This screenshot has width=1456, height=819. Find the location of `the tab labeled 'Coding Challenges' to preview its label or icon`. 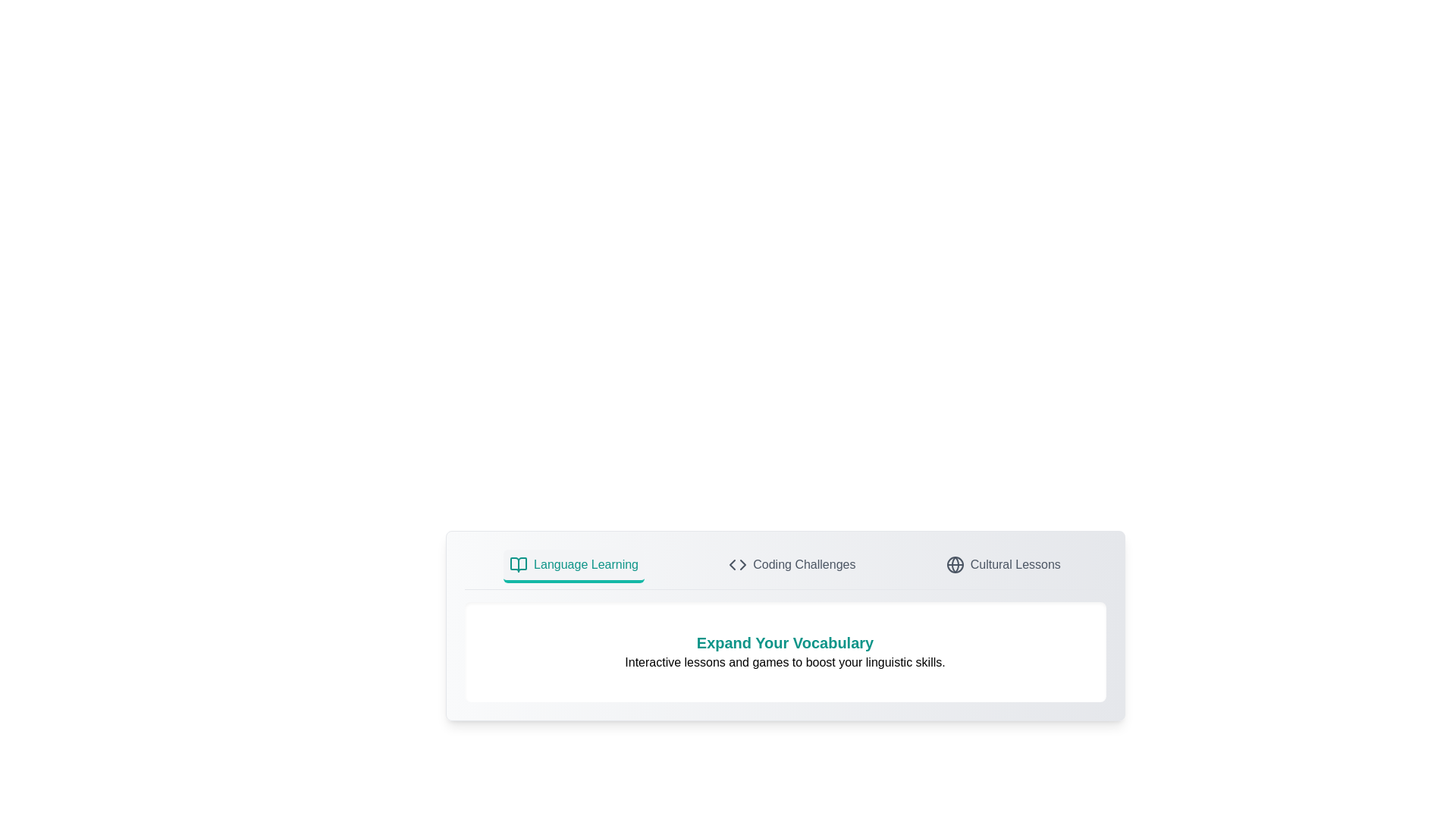

the tab labeled 'Coding Challenges' to preview its label or icon is located at coordinates (792, 566).